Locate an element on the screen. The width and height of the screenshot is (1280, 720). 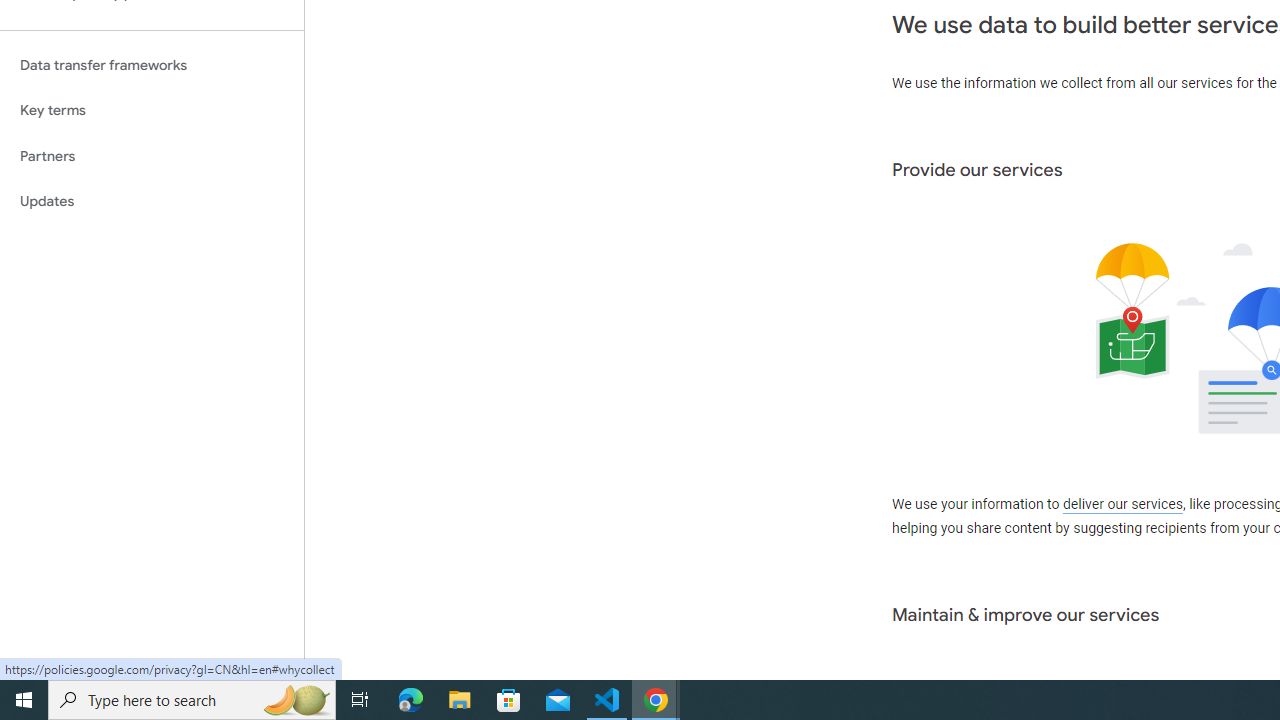
'Partners' is located at coordinates (151, 155).